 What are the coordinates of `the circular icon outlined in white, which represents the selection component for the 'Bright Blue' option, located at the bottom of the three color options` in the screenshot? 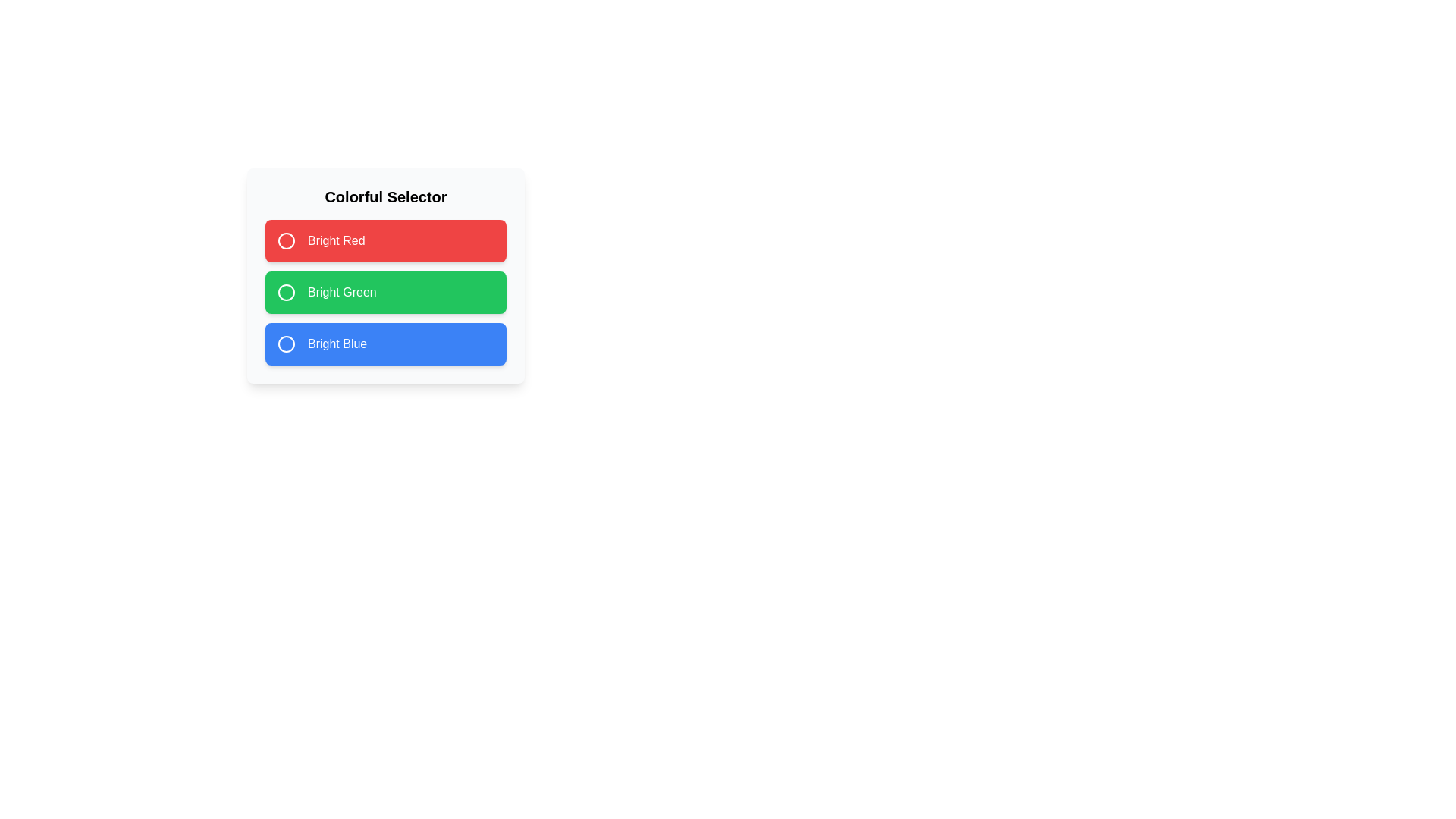 It's located at (287, 344).